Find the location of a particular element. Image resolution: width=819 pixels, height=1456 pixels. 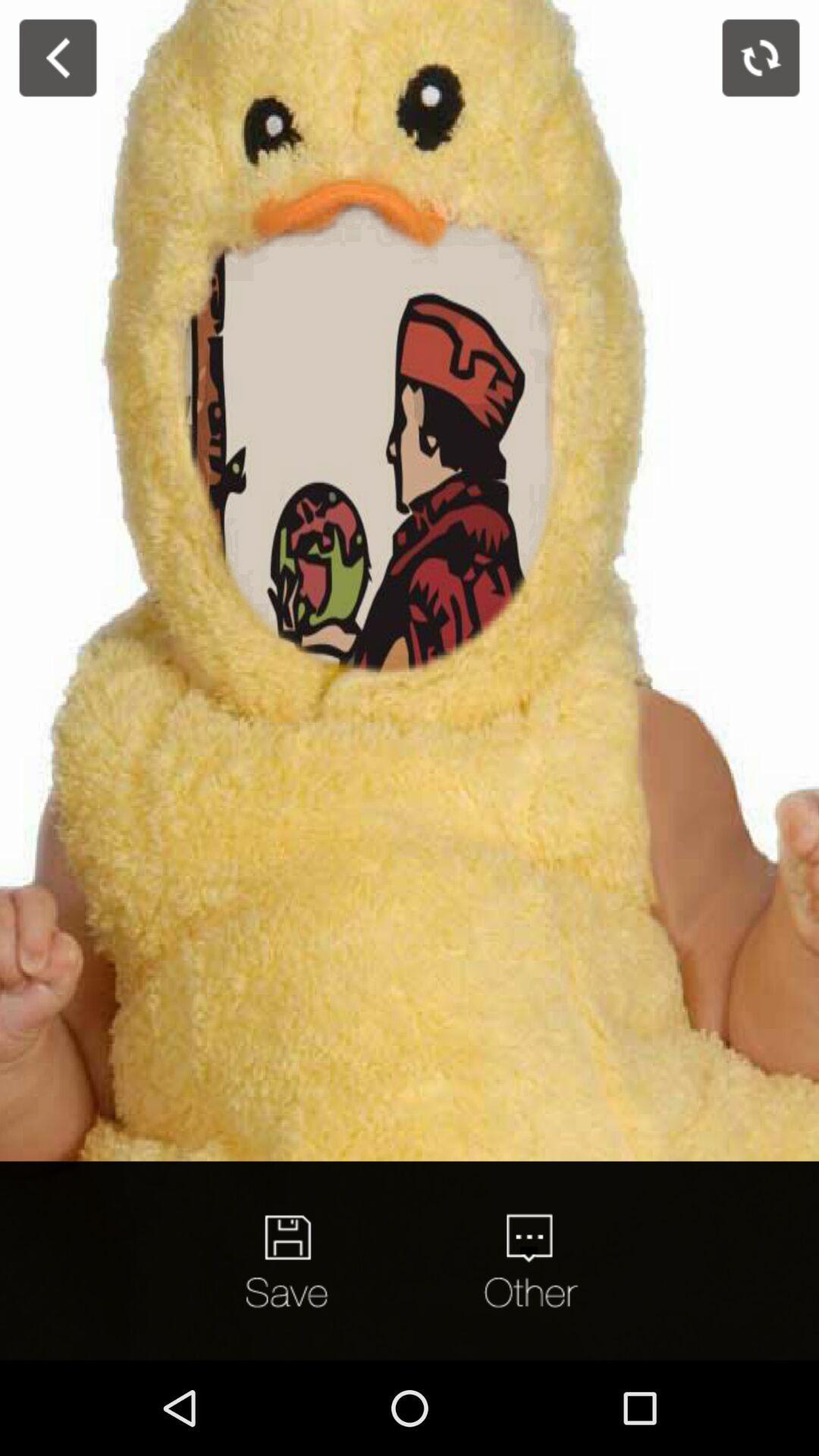

quote is located at coordinates (528, 1260).